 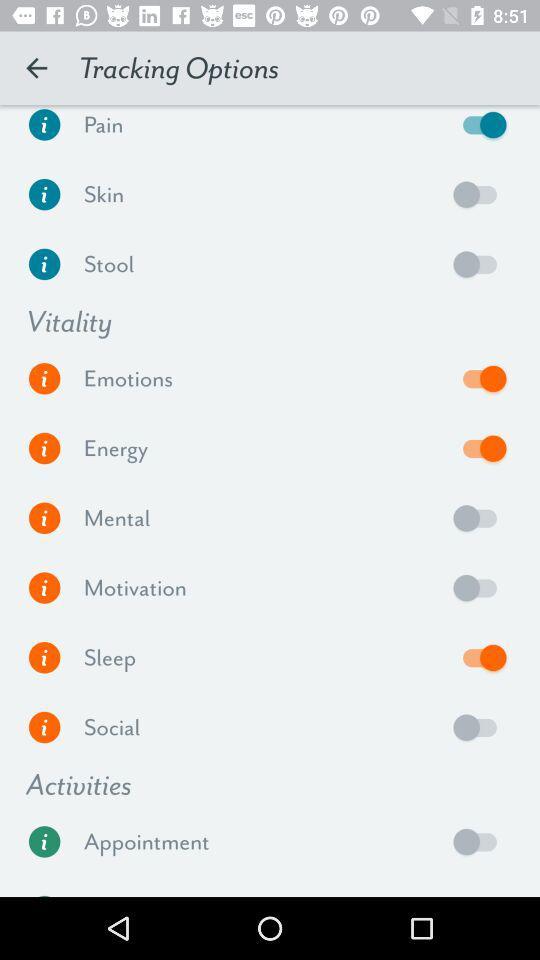 I want to click on more info on sleep, so click(x=44, y=656).